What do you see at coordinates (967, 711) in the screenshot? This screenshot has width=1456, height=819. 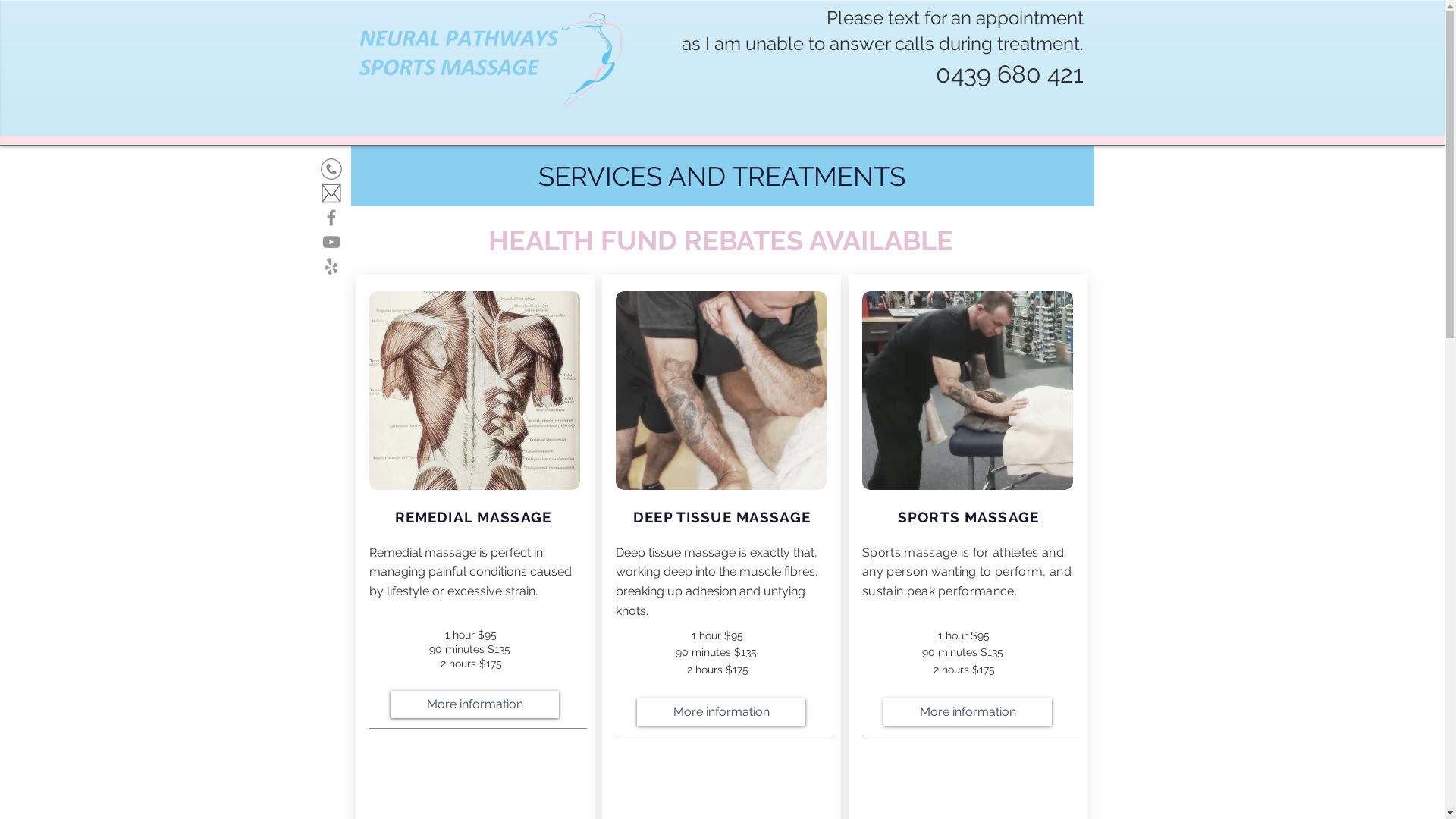 I see `'More information'` at bounding box center [967, 711].